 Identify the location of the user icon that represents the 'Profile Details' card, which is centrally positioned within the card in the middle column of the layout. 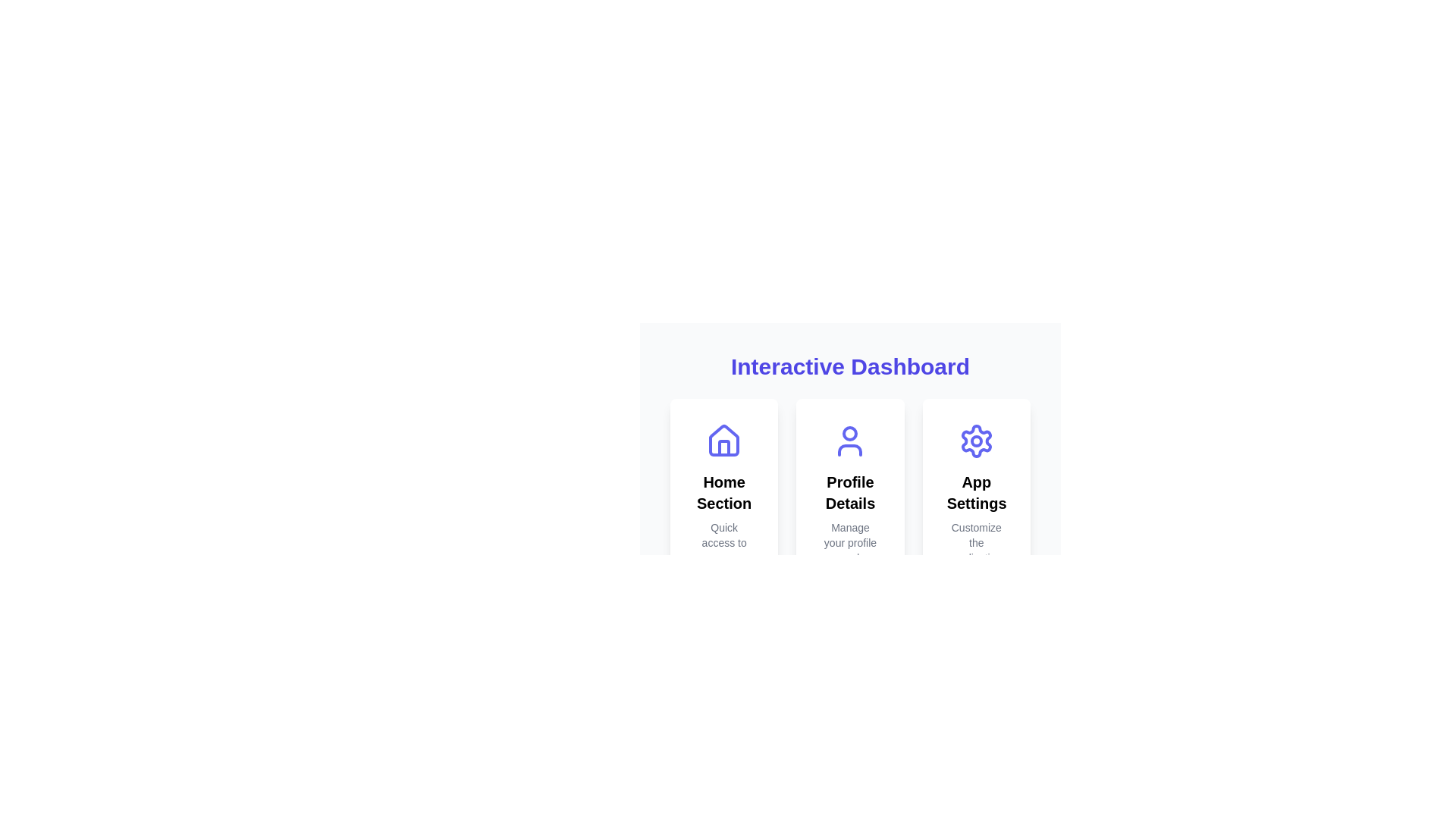
(850, 441).